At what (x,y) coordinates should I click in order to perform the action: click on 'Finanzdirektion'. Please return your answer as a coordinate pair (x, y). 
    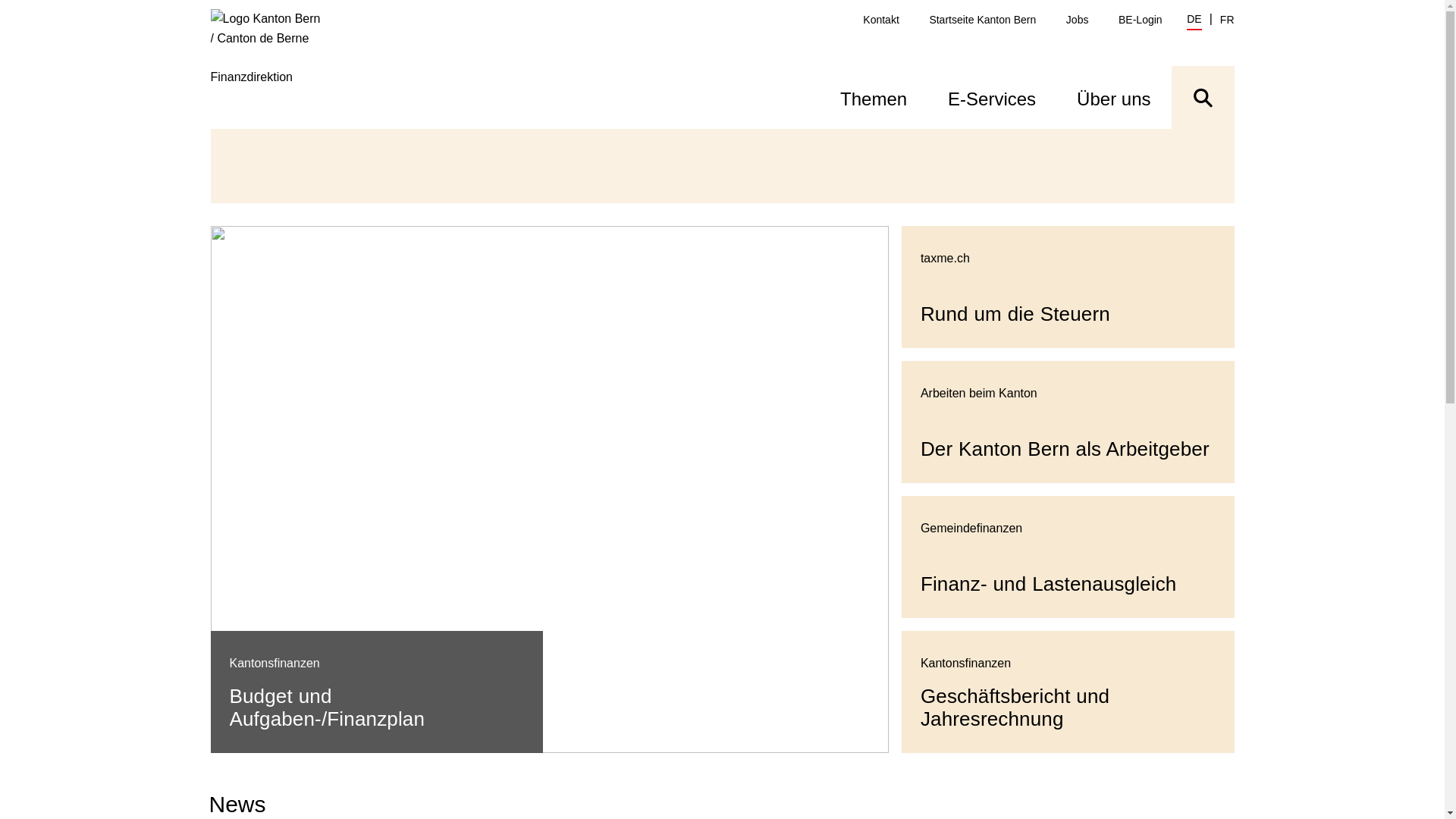
    Looking at the image, I should click on (276, 67).